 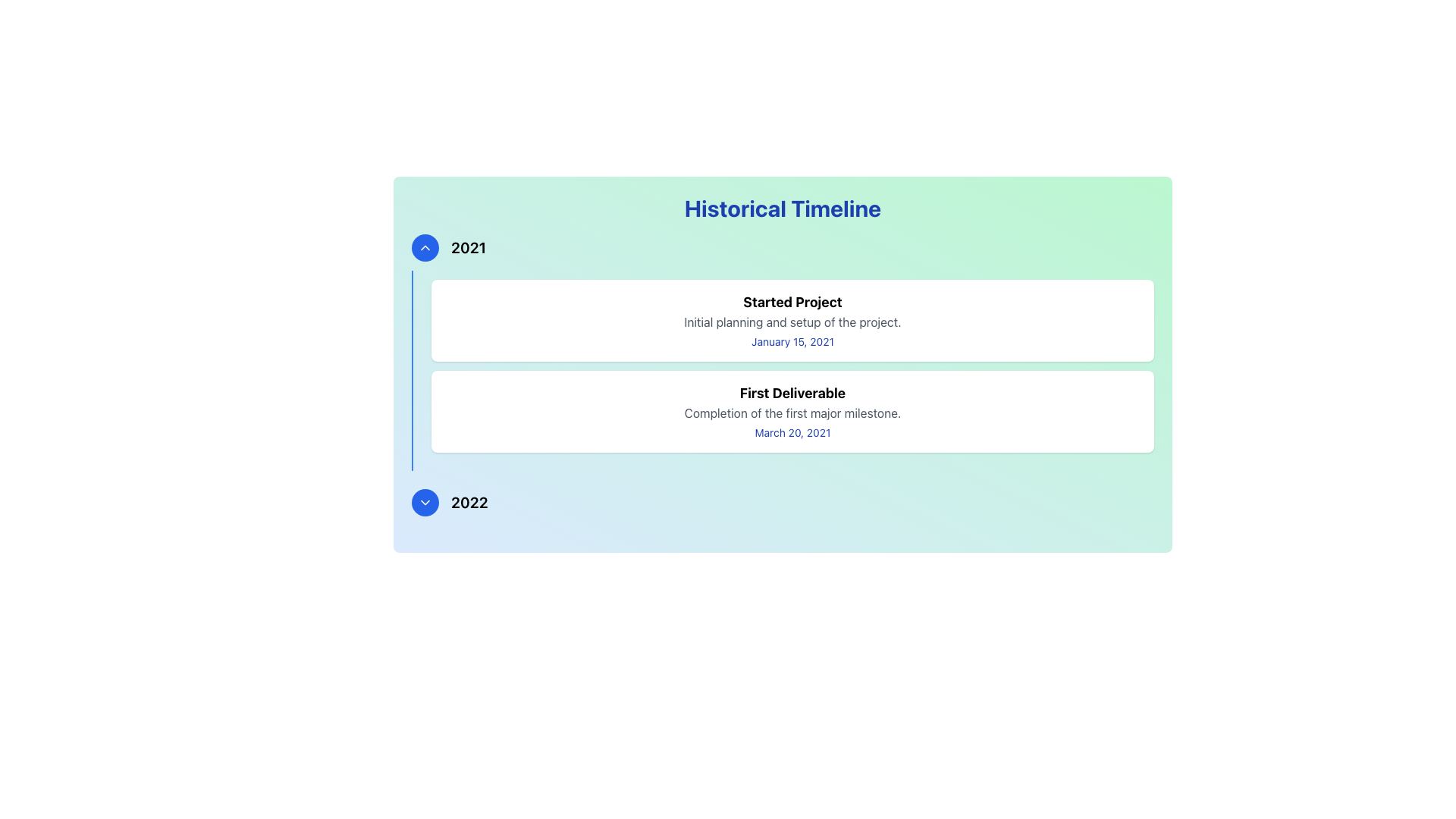 What do you see at coordinates (792, 321) in the screenshot?
I see `the text element displaying 'Initial planning and setup of the project.' which is styled in gray and is located below the title 'Started Project'` at bounding box center [792, 321].